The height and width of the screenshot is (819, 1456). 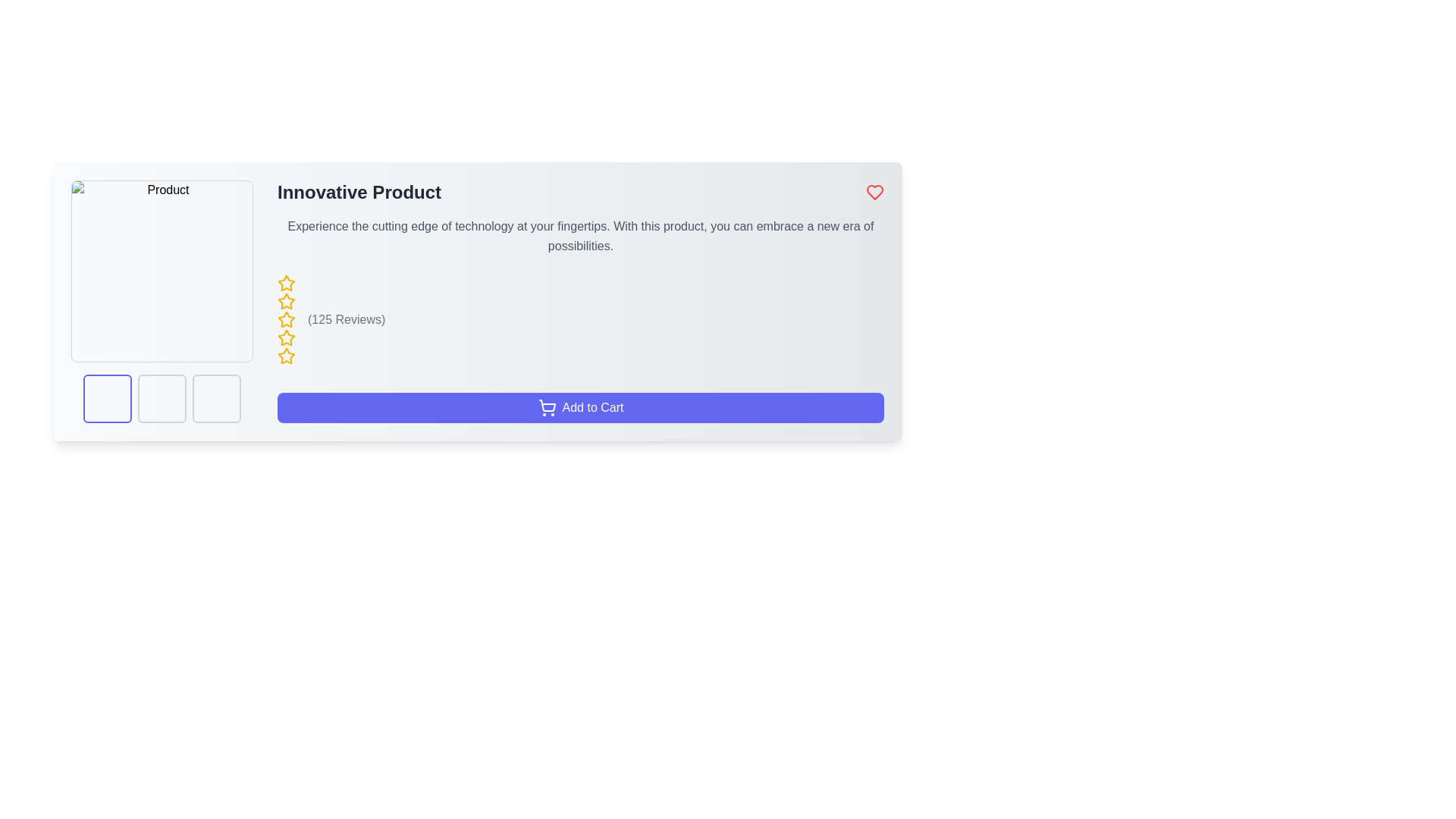 I want to click on the fifth star-shaped rating icon, which is outlined in yellow and located beneath the '(125 Reviews)' label, so click(x=287, y=356).